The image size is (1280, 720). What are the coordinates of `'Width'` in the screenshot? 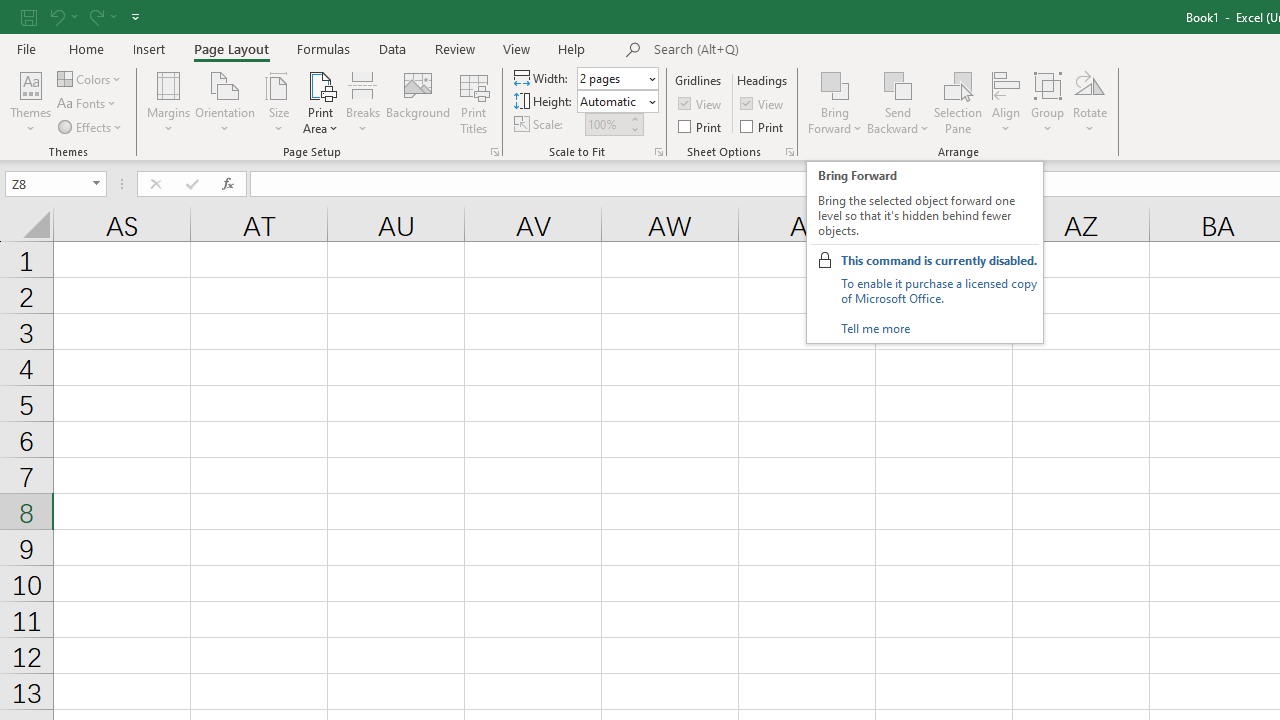 It's located at (617, 77).